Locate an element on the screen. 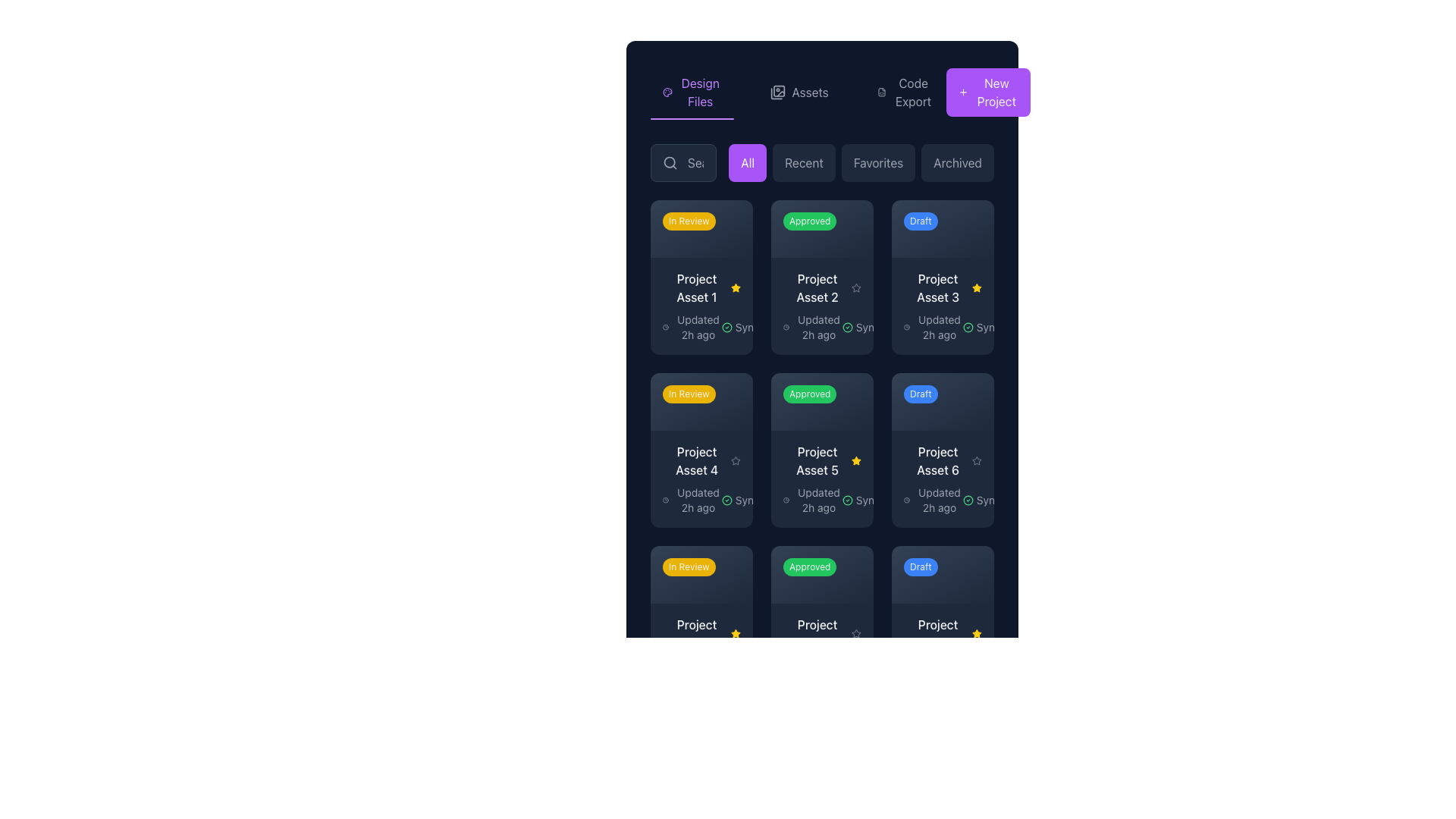  the star-shaped icon next to the text label 'Project Asset 2' is located at coordinates (856, 287).